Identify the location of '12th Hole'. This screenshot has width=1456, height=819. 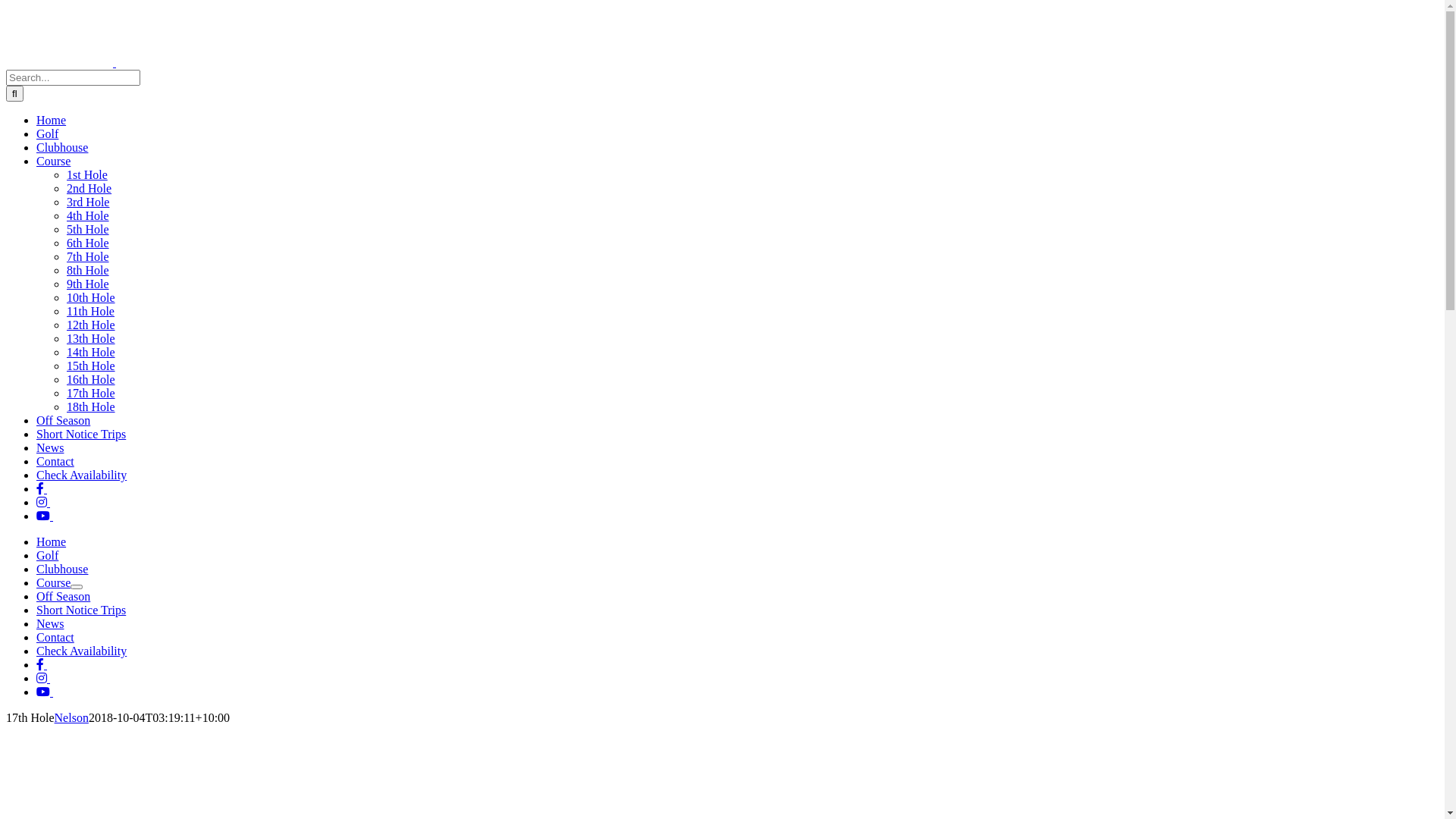
(90, 324).